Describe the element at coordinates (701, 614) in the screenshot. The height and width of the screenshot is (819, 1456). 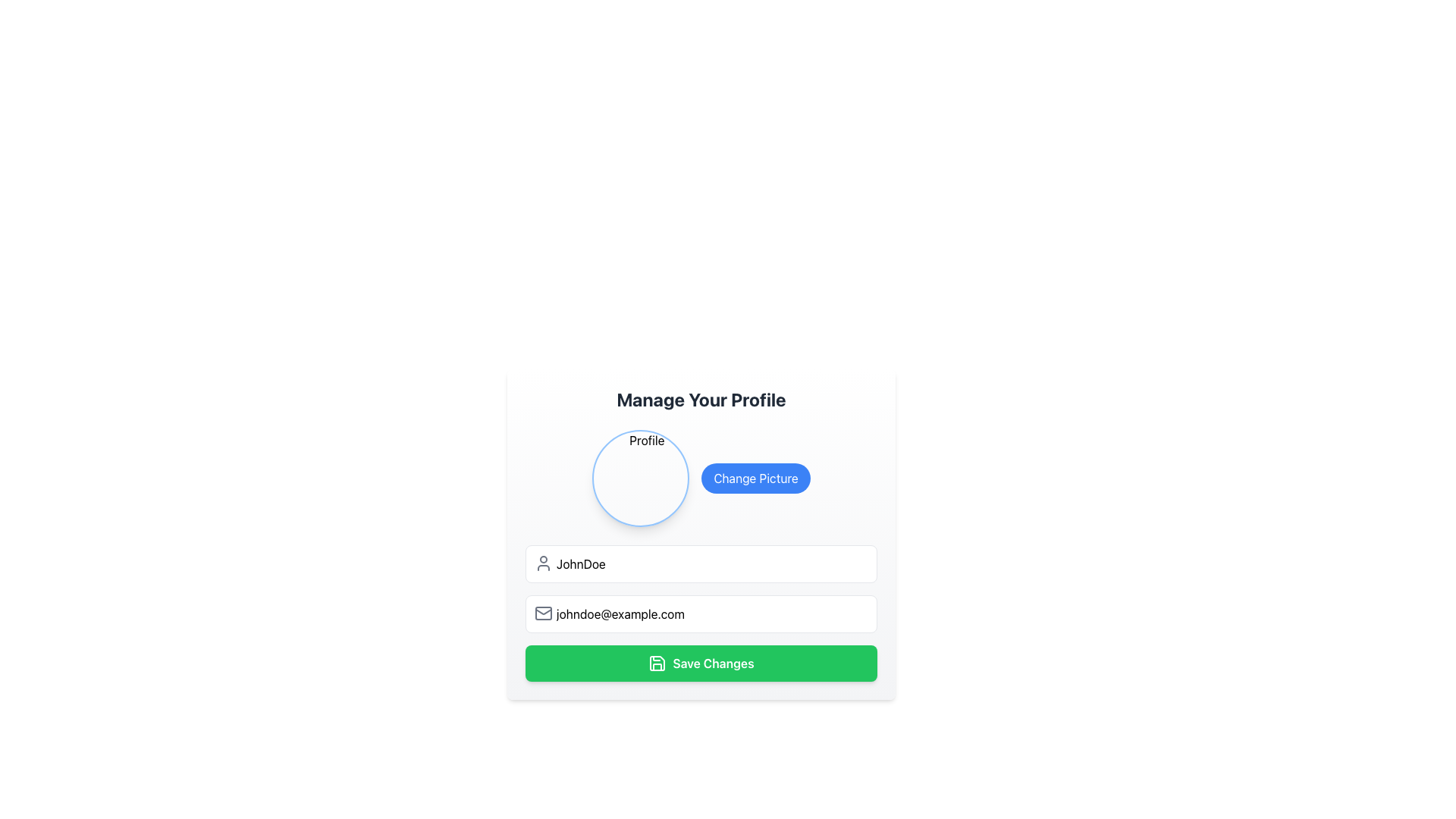
I see `the email input field with the placeholder 'Your Email' to focus on it` at that location.